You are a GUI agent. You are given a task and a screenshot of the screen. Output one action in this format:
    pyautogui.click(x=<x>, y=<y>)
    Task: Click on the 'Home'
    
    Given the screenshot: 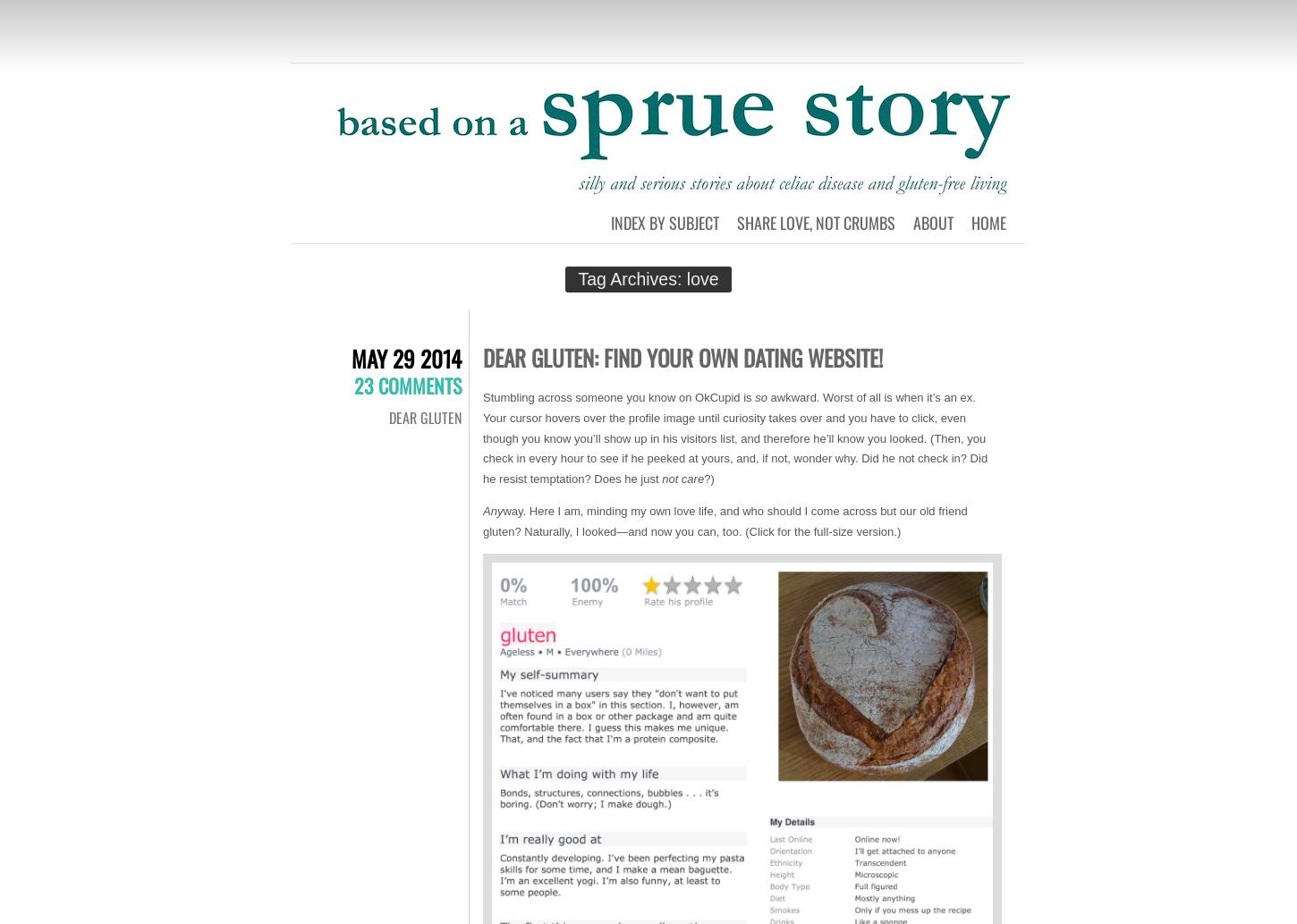 What is the action you would take?
    pyautogui.click(x=988, y=221)
    